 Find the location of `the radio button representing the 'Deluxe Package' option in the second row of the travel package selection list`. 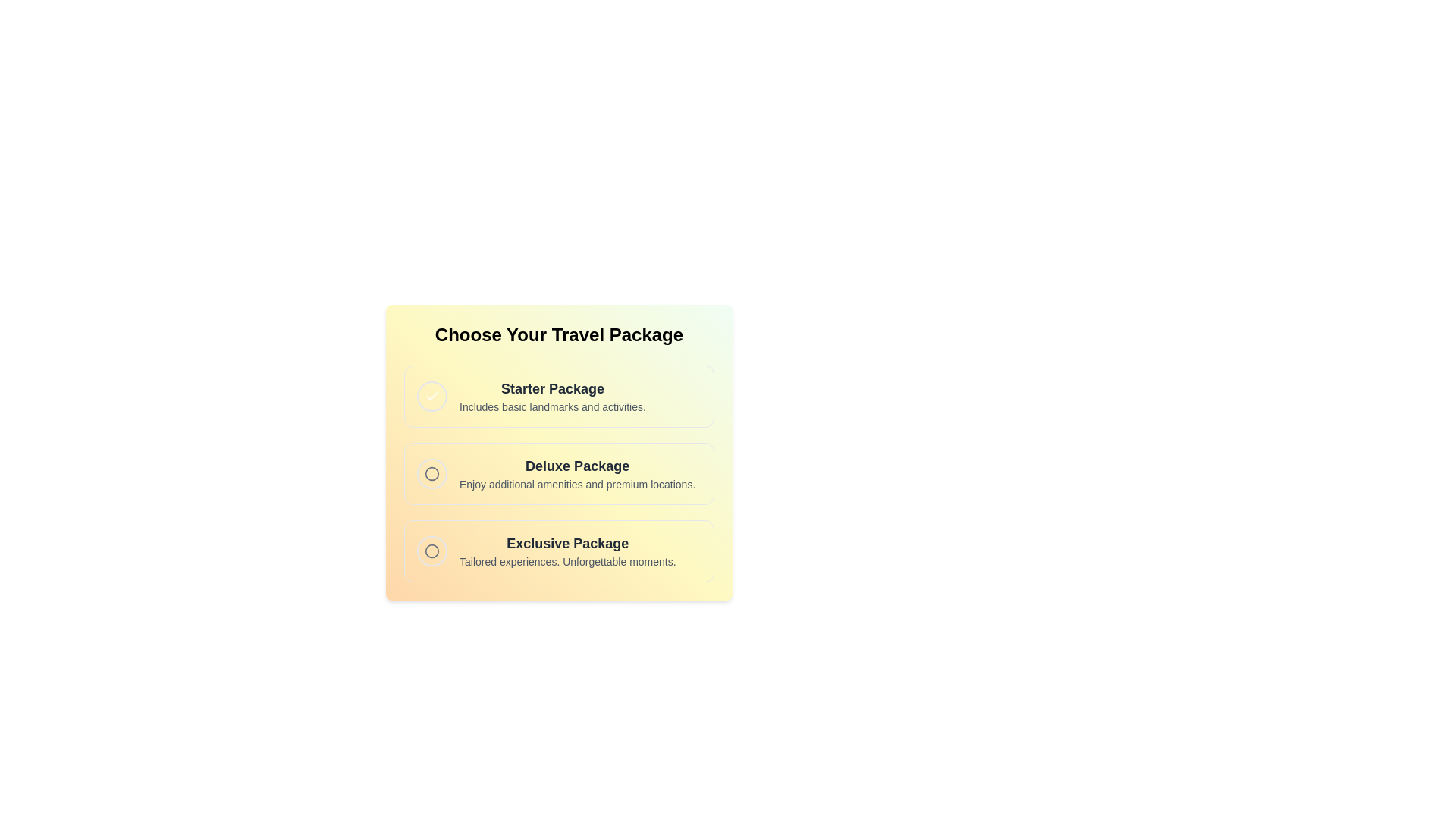

the radio button representing the 'Deluxe Package' option in the second row of the travel package selection list is located at coordinates (431, 472).